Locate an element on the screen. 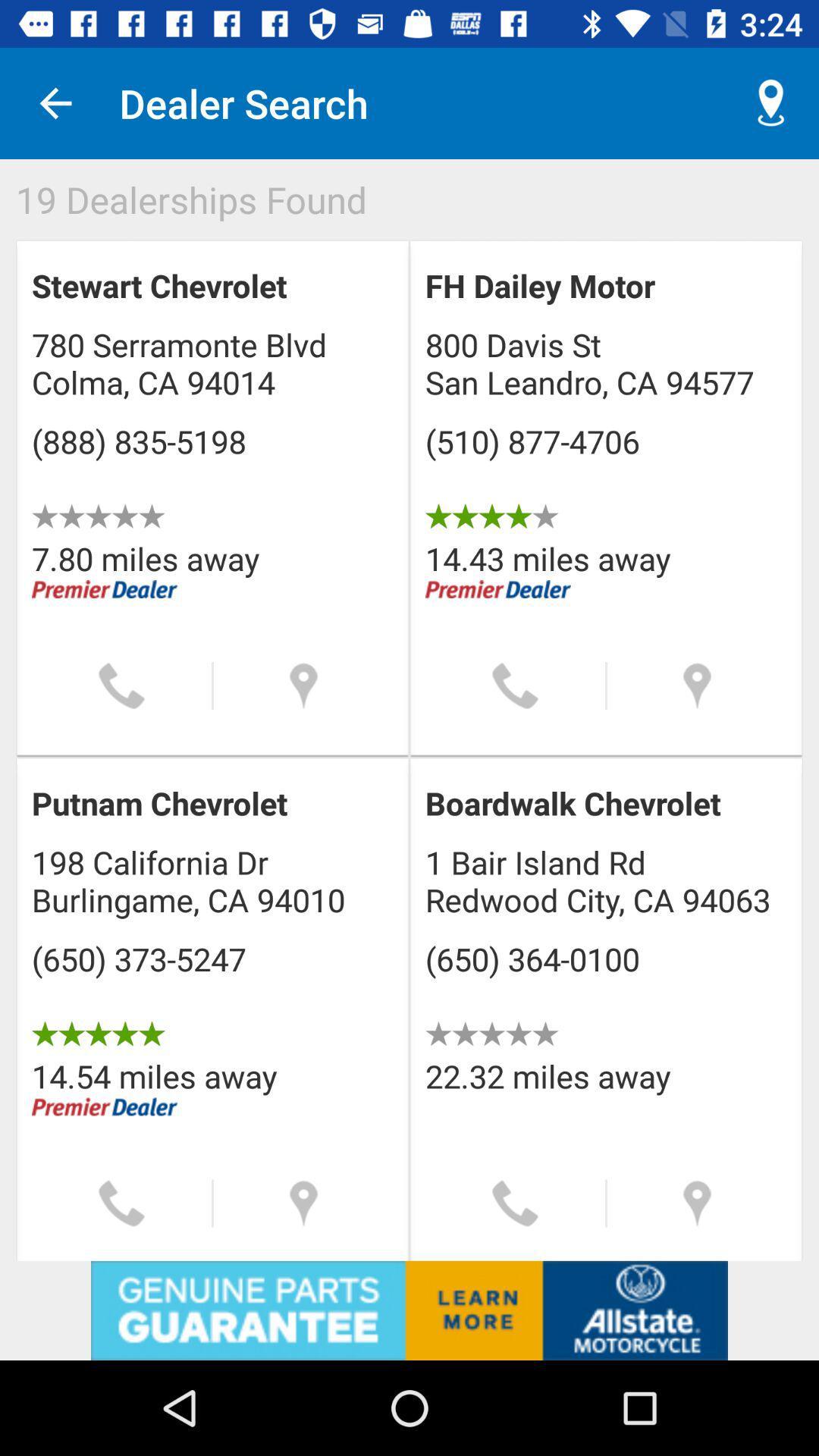  call button is located at coordinates (121, 685).